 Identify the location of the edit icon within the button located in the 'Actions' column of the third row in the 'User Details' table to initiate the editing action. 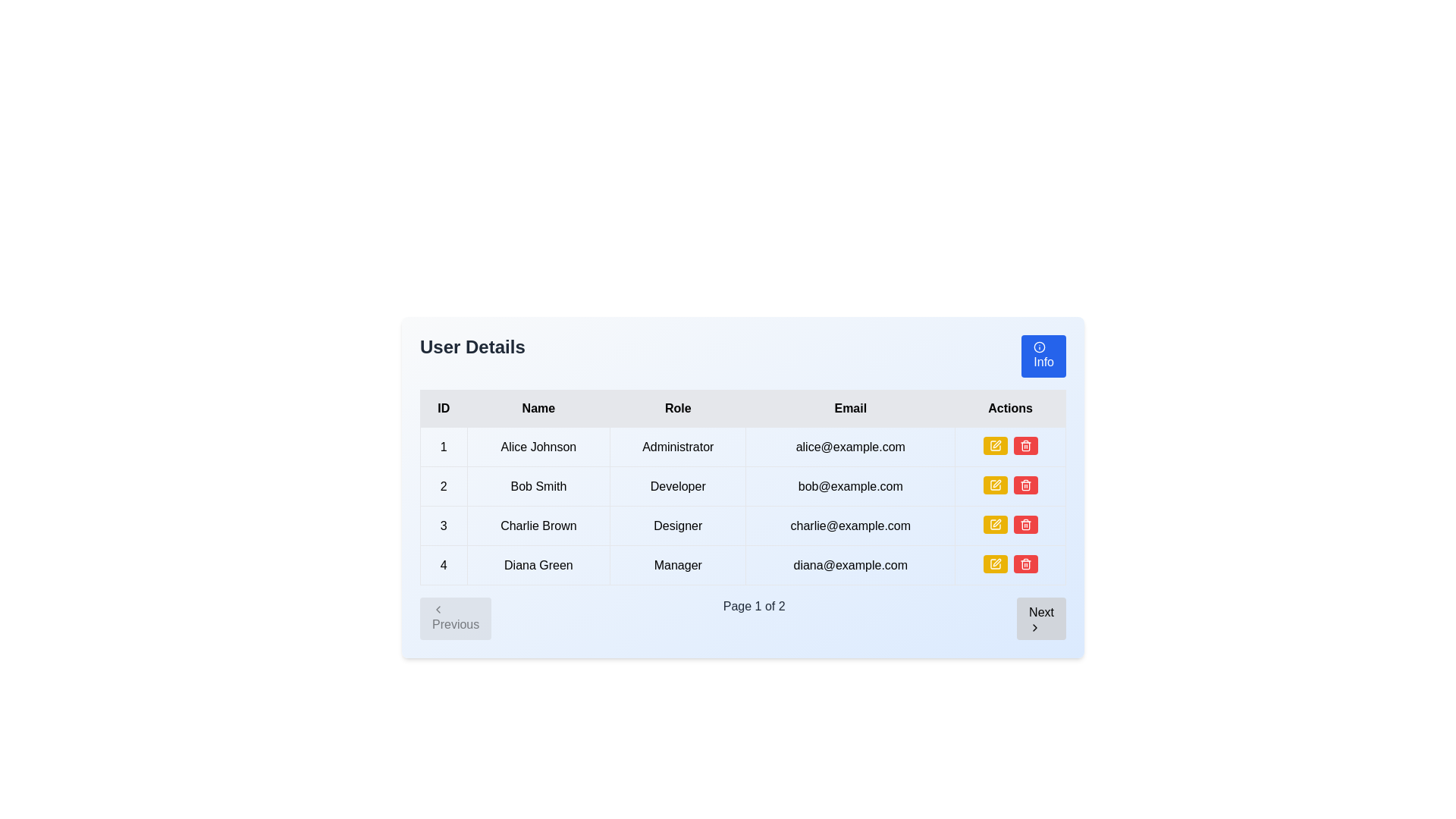
(995, 444).